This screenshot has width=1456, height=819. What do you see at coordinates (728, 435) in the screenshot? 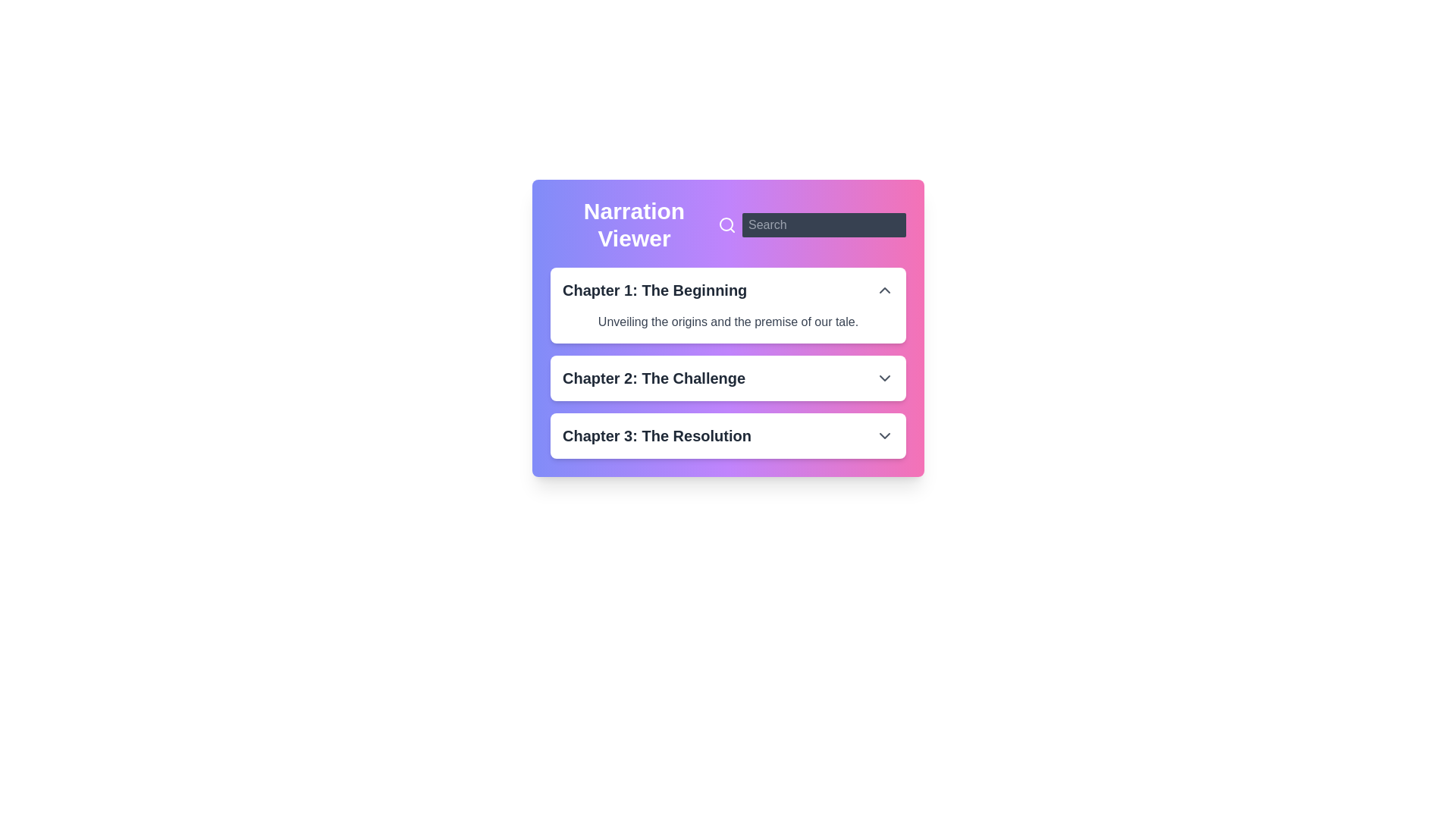
I see `the Collapsible List Item labeled 'Chapter 3: The Resolution'` at bounding box center [728, 435].